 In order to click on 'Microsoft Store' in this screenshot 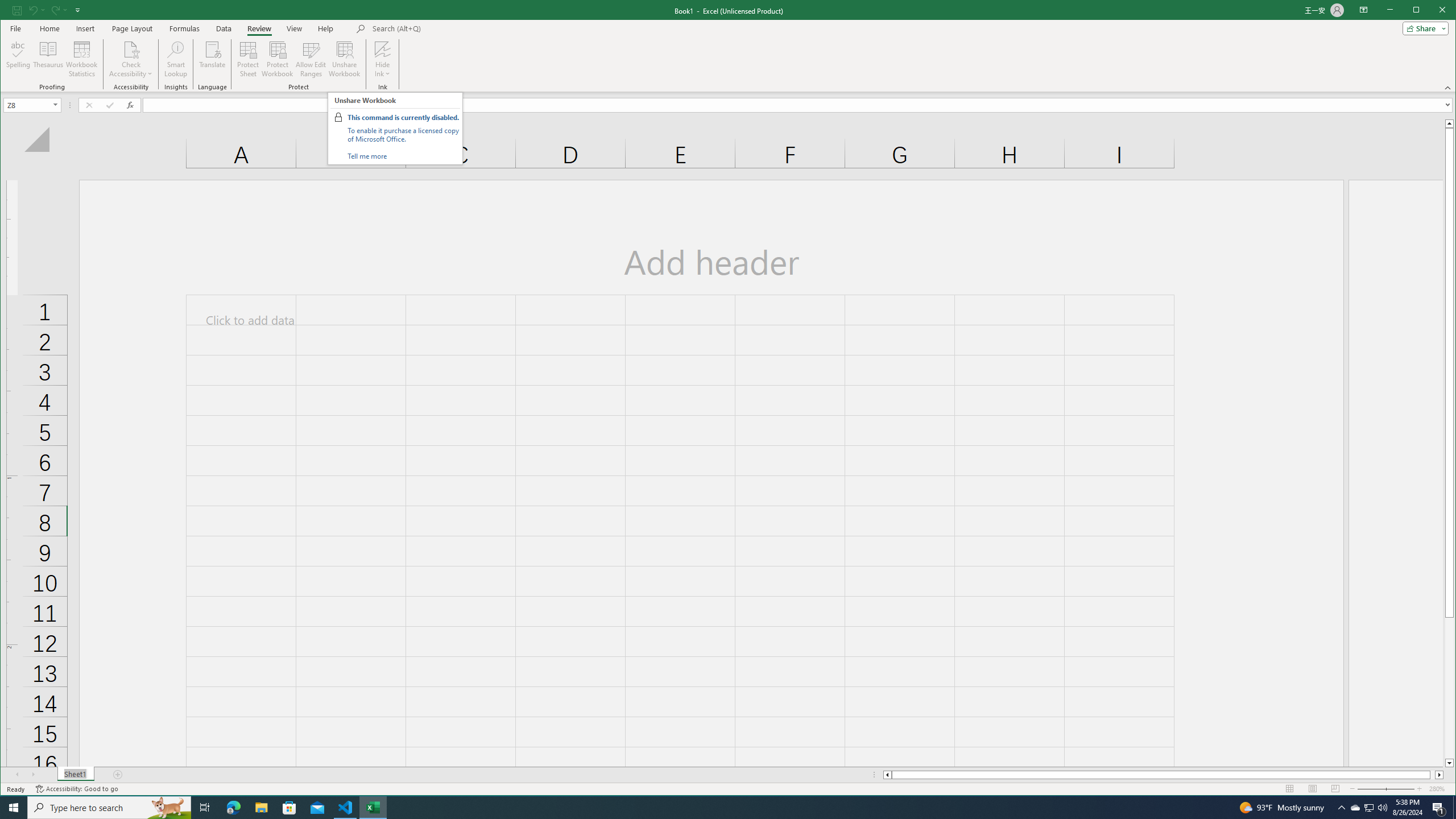, I will do `click(289, 806)`.